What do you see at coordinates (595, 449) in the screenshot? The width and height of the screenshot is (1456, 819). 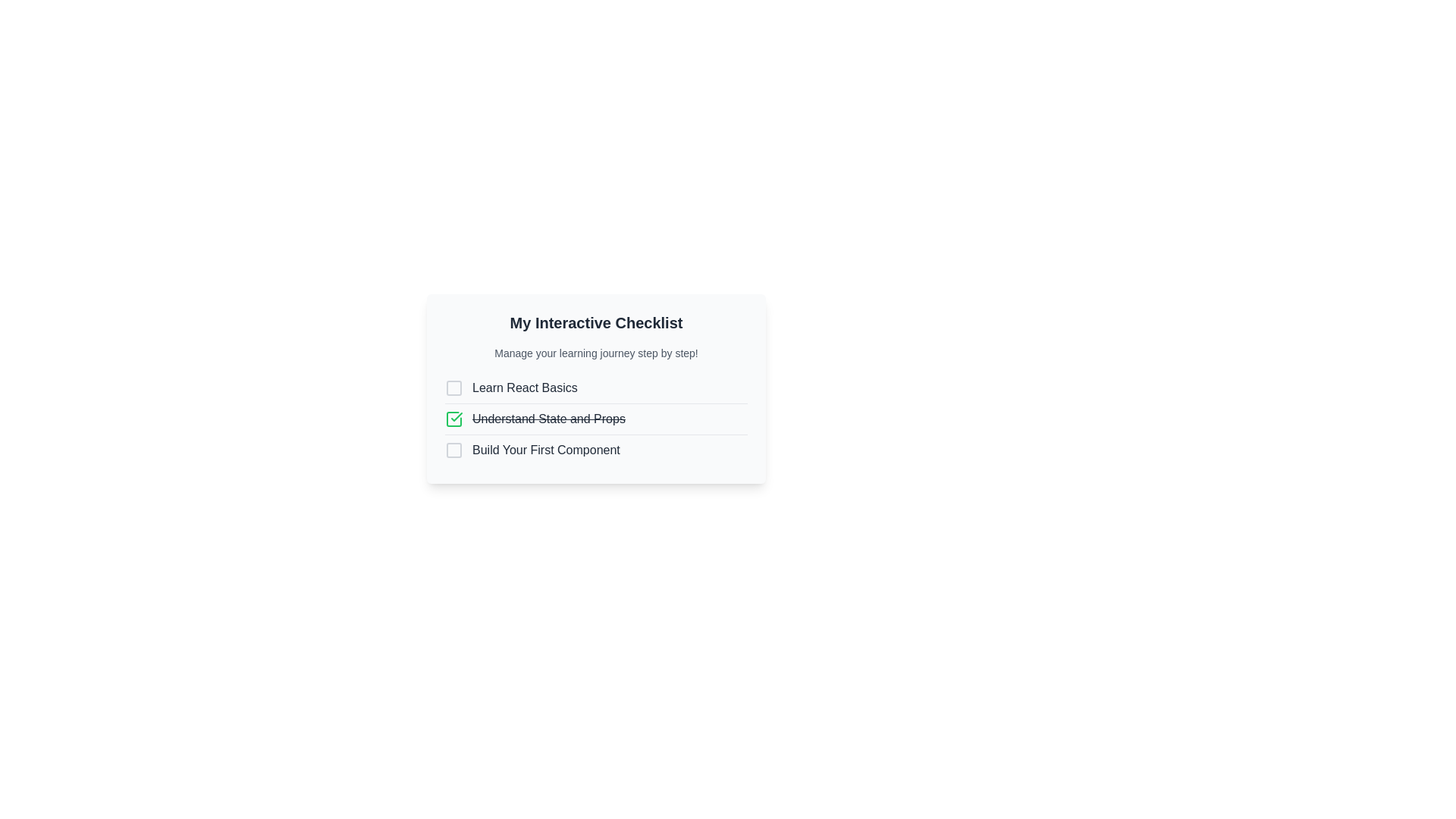 I see `associated text of the checklist item labeled 'Build Your First Component', which is the third item in the checklist, located below 'Understand State and Props'` at bounding box center [595, 449].